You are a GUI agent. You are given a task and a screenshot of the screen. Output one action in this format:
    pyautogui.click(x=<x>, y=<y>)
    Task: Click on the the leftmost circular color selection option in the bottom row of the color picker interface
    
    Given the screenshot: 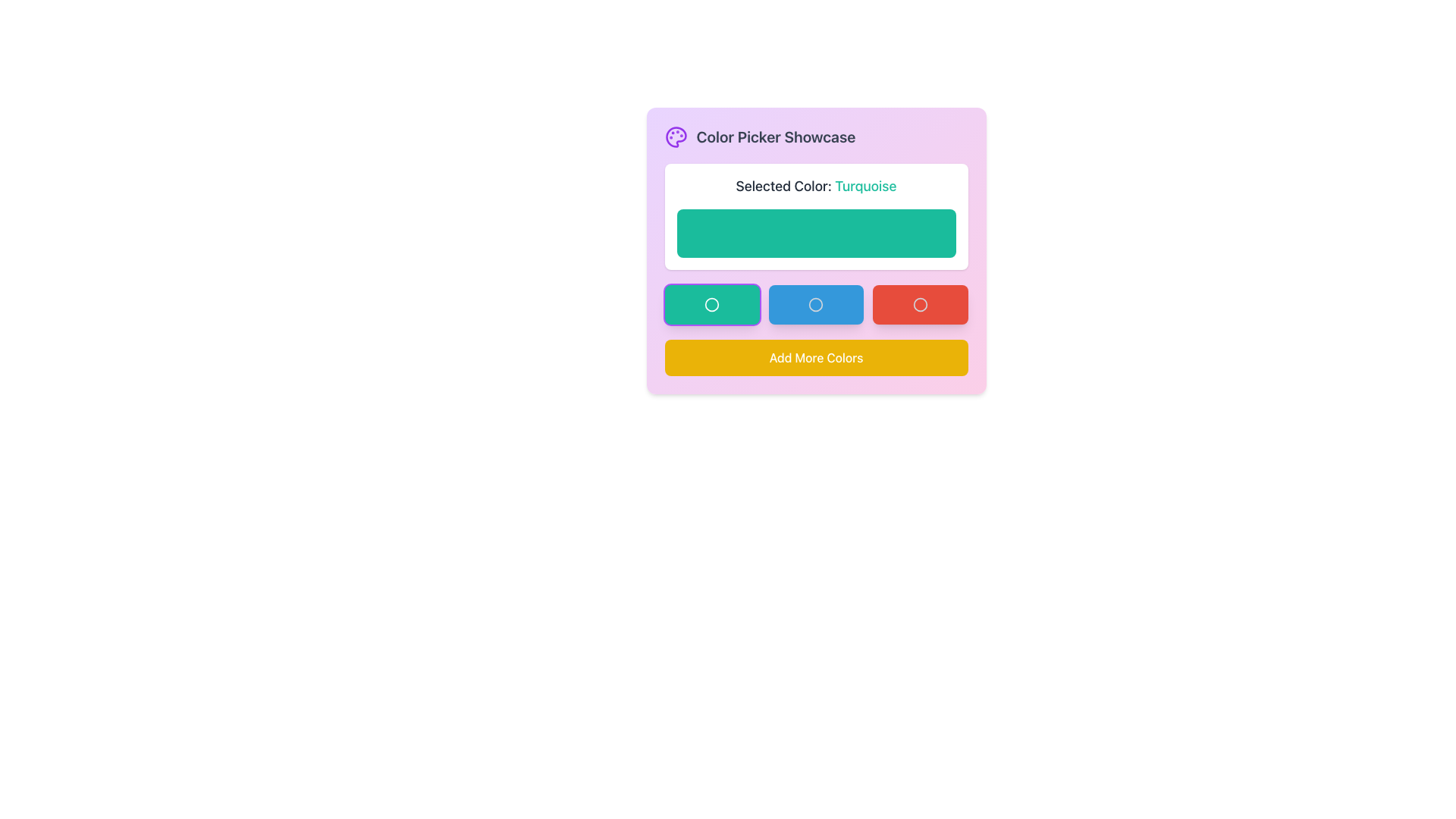 What is the action you would take?
    pyautogui.click(x=711, y=304)
    